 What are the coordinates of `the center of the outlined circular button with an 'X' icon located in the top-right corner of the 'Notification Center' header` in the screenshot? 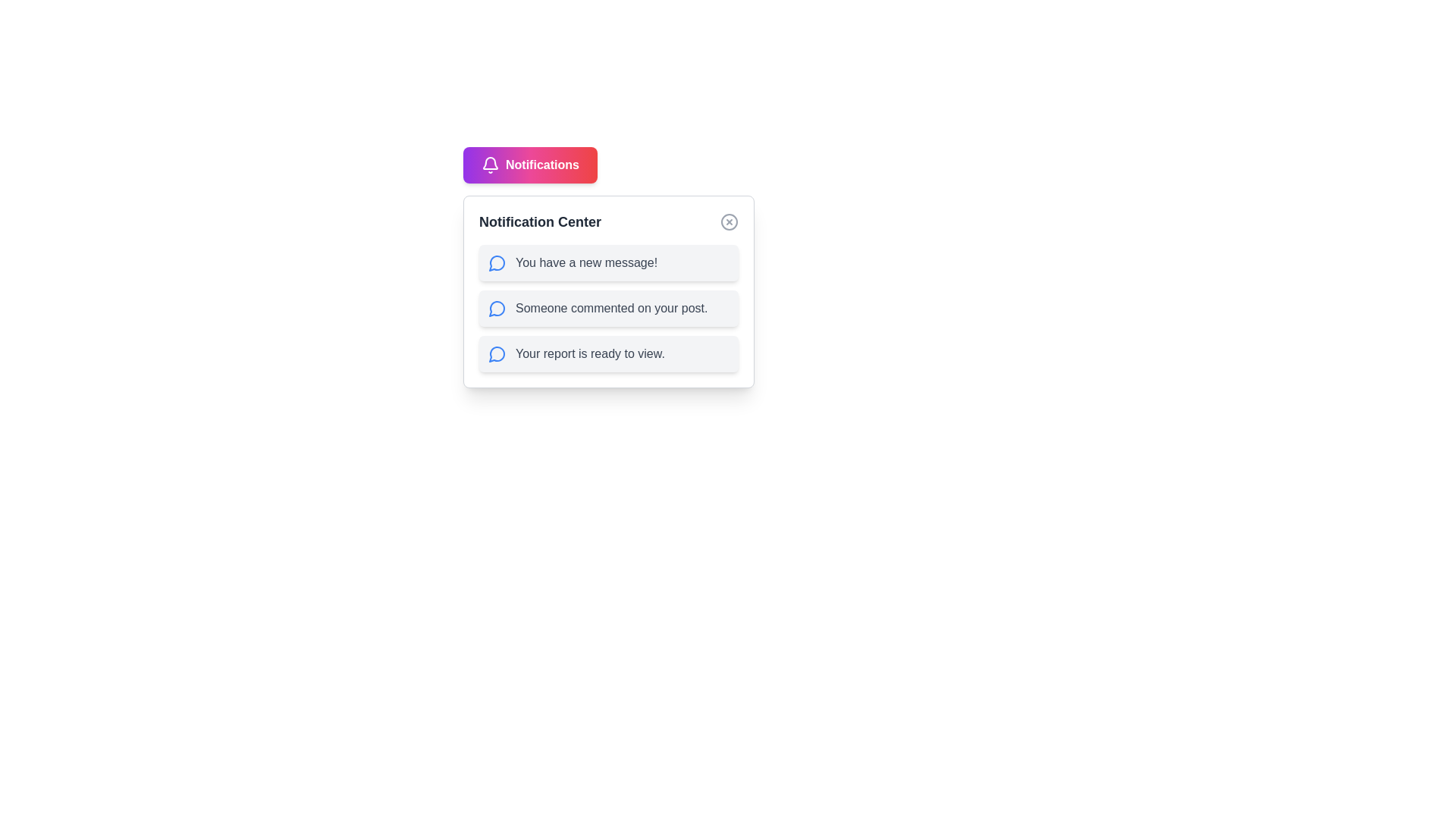 It's located at (729, 222).